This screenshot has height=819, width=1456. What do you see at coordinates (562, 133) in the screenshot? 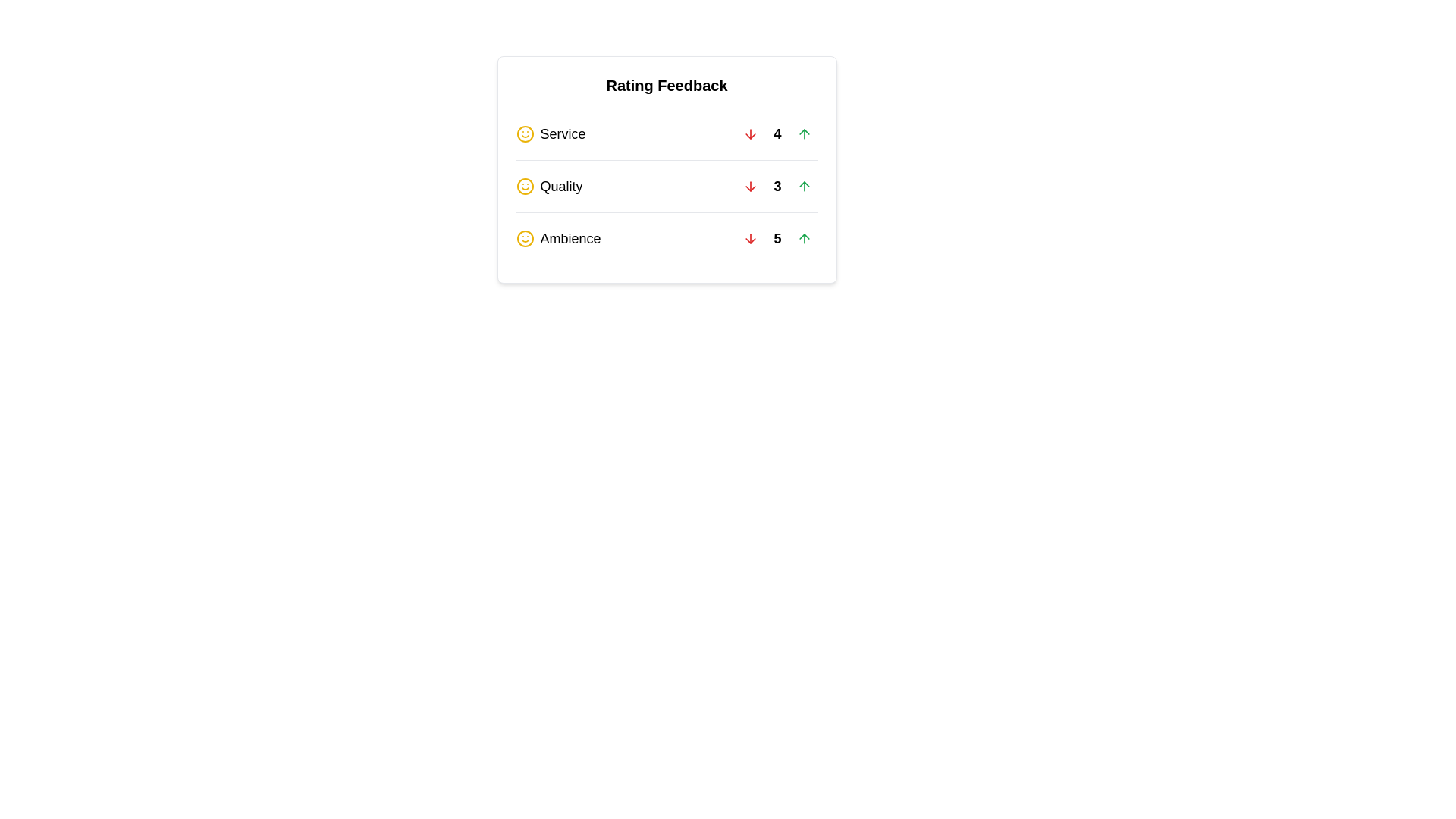
I see `on the stylized text label displaying the word 'Service', which is prominently placed in the first row of a vertical list within a card layout, aligned` at bounding box center [562, 133].